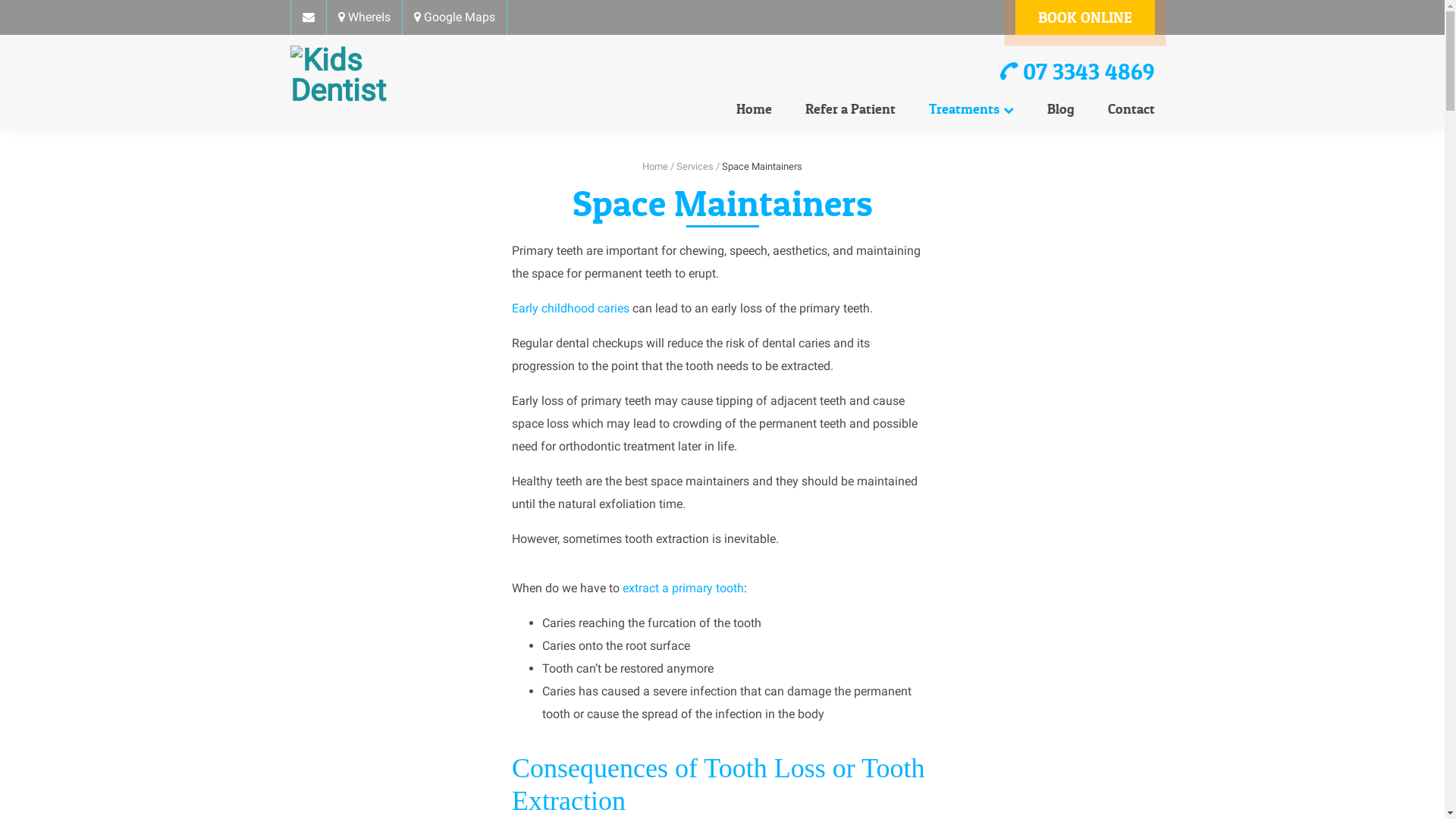 The height and width of the screenshot is (819, 1456). What do you see at coordinates (1123, 108) in the screenshot?
I see `'Contact'` at bounding box center [1123, 108].